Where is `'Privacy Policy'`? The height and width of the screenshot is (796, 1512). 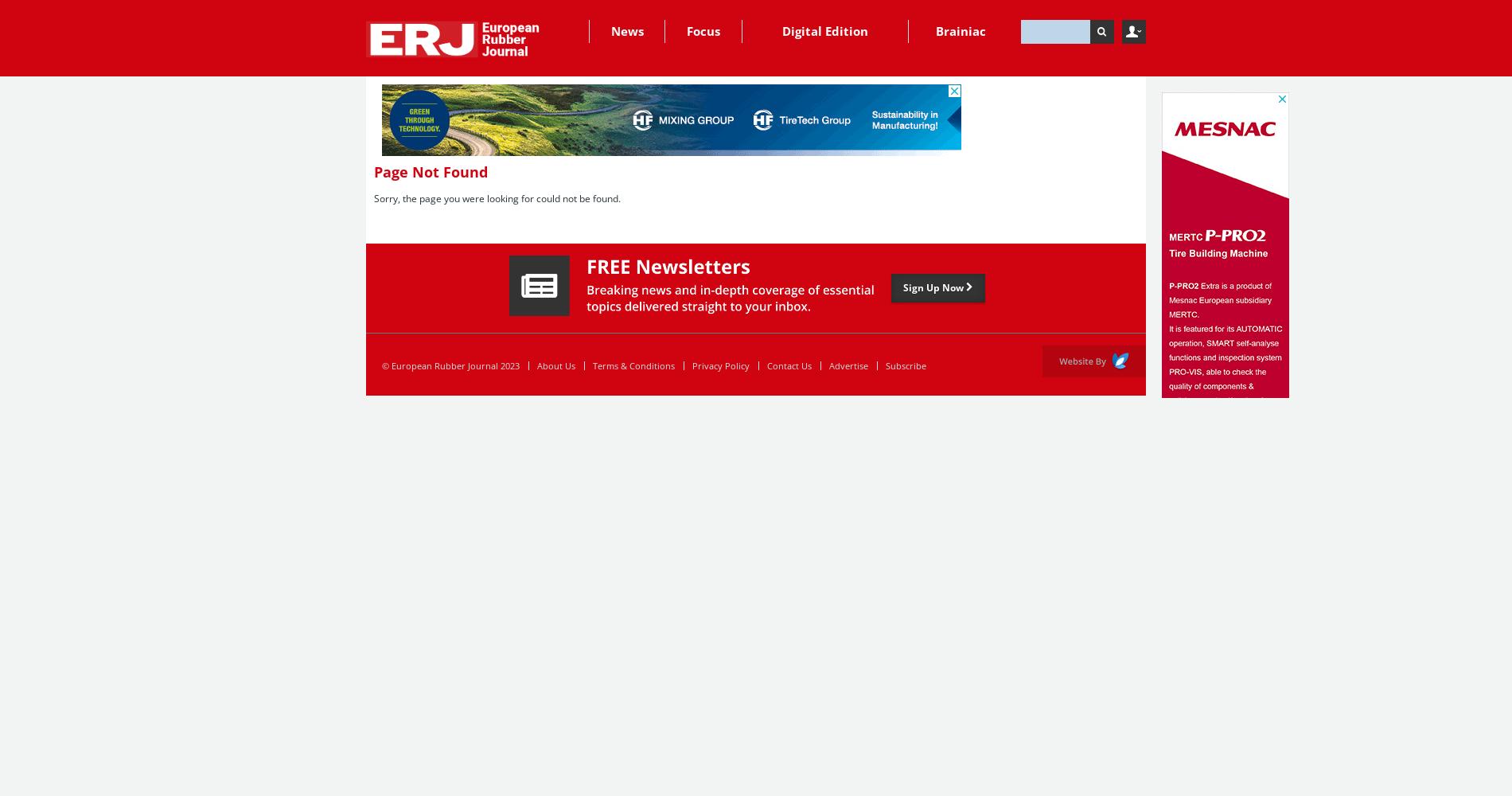
'Privacy Policy' is located at coordinates (719, 365).